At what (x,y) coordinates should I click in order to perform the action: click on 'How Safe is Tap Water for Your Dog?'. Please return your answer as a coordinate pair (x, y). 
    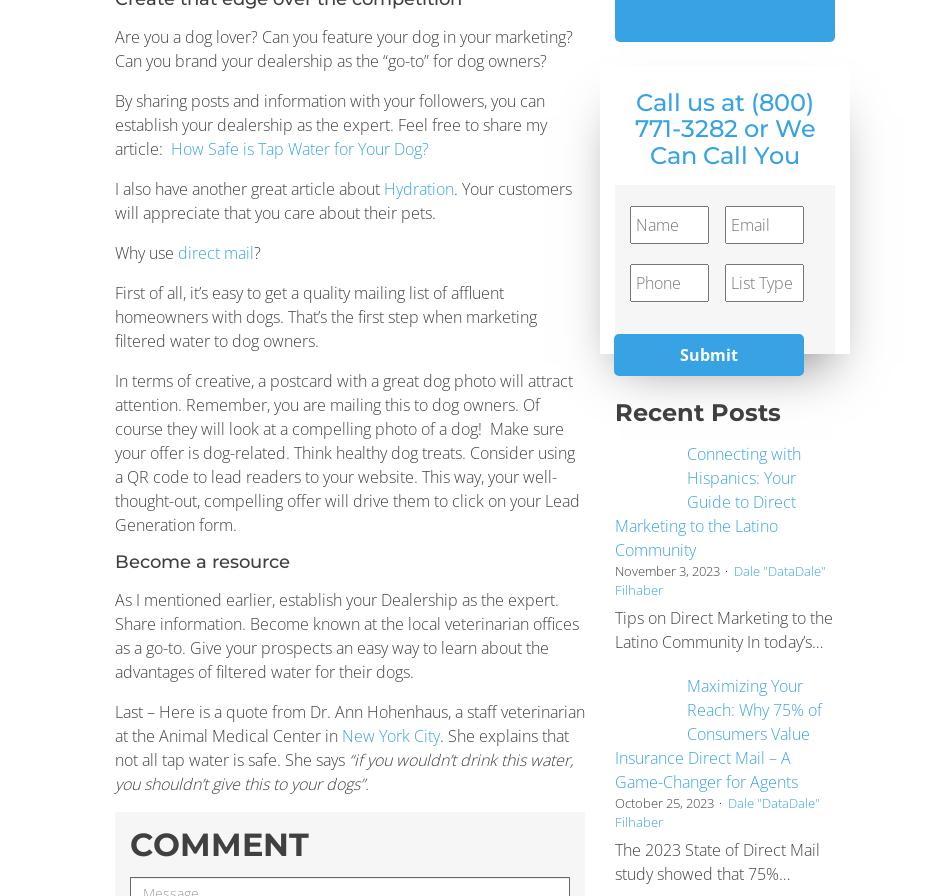
    Looking at the image, I should click on (299, 148).